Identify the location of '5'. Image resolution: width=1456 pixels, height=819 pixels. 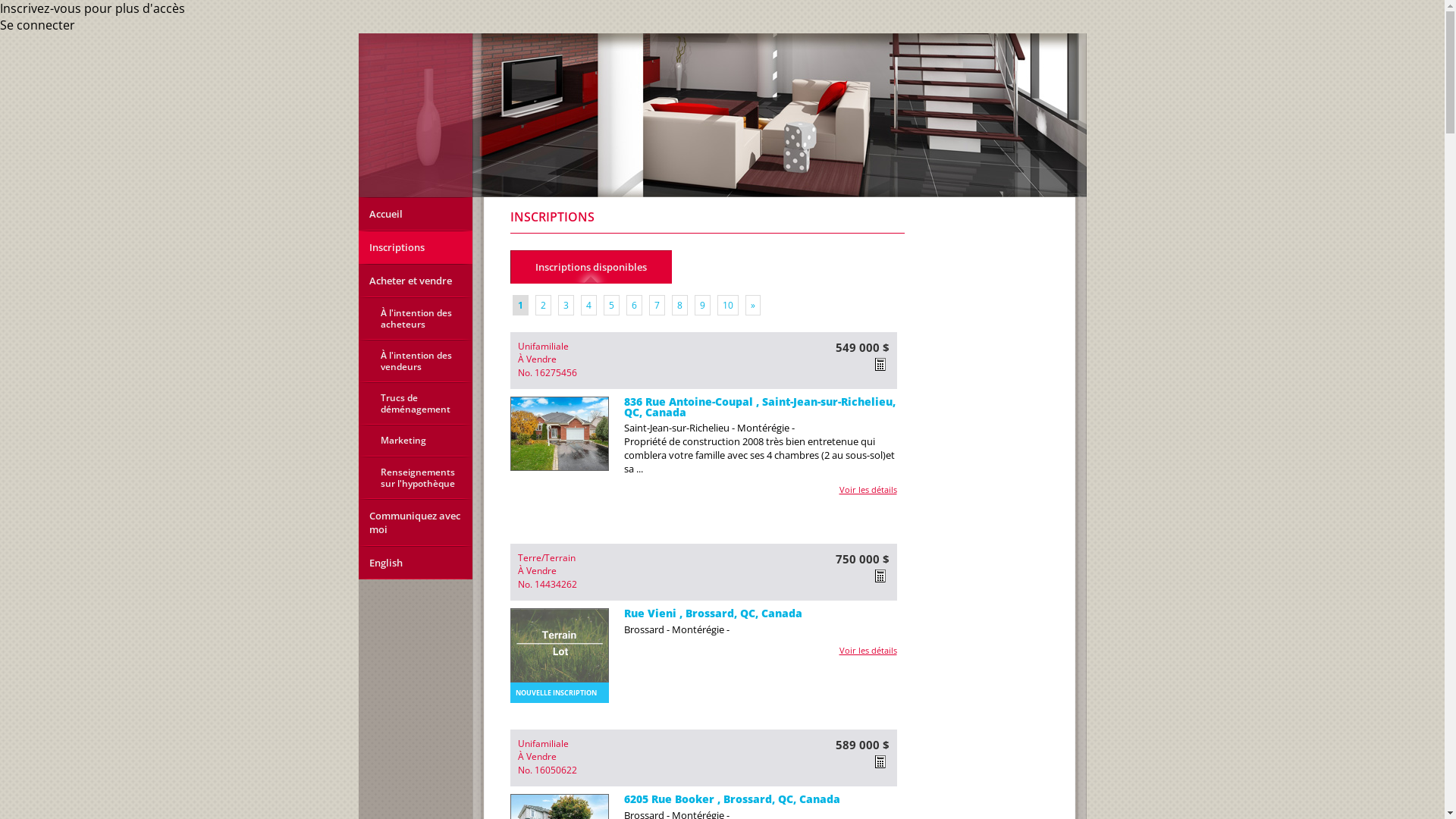
(603, 305).